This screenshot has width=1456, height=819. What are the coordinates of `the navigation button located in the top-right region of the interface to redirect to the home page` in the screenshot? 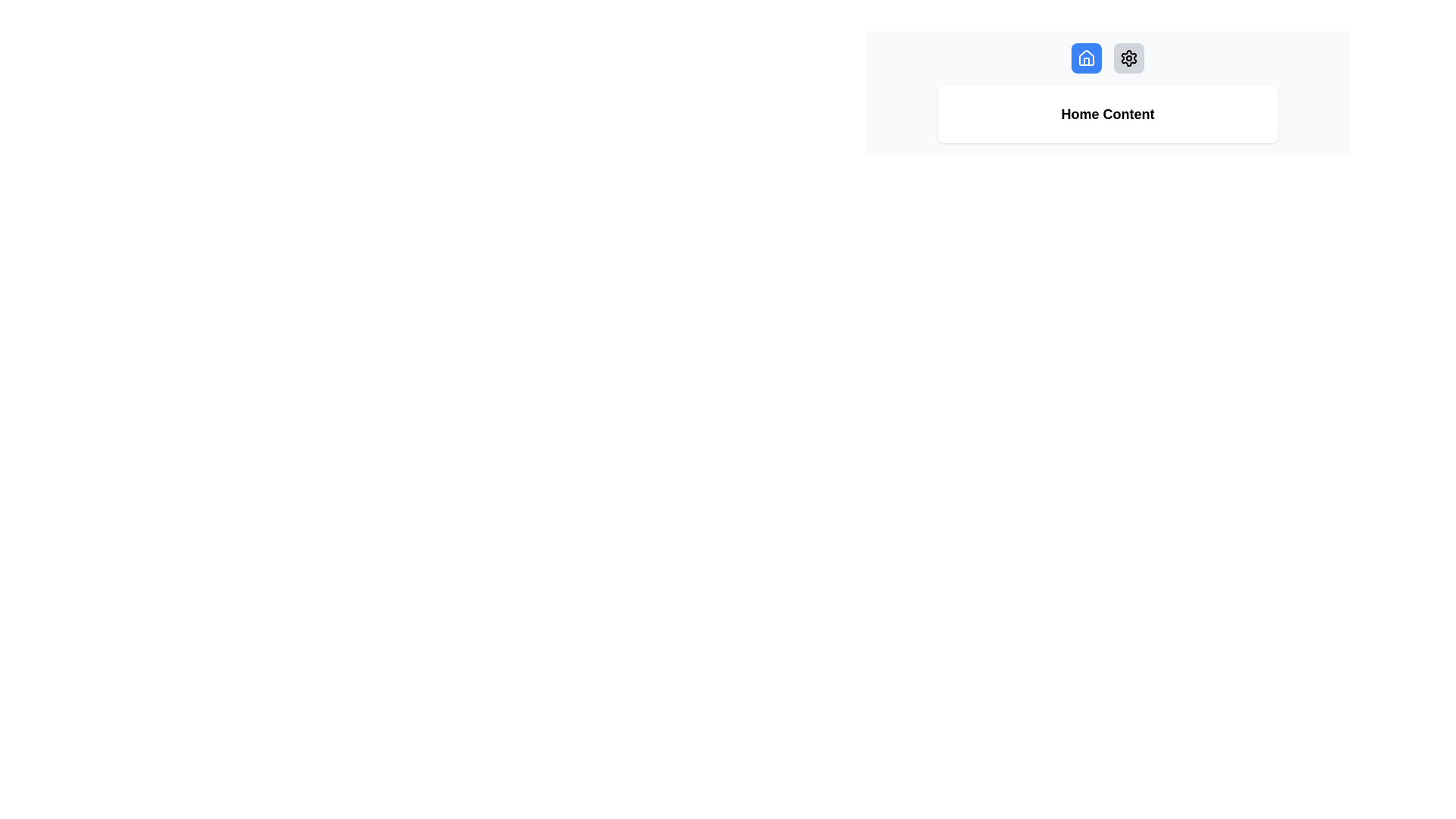 It's located at (1086, 58).